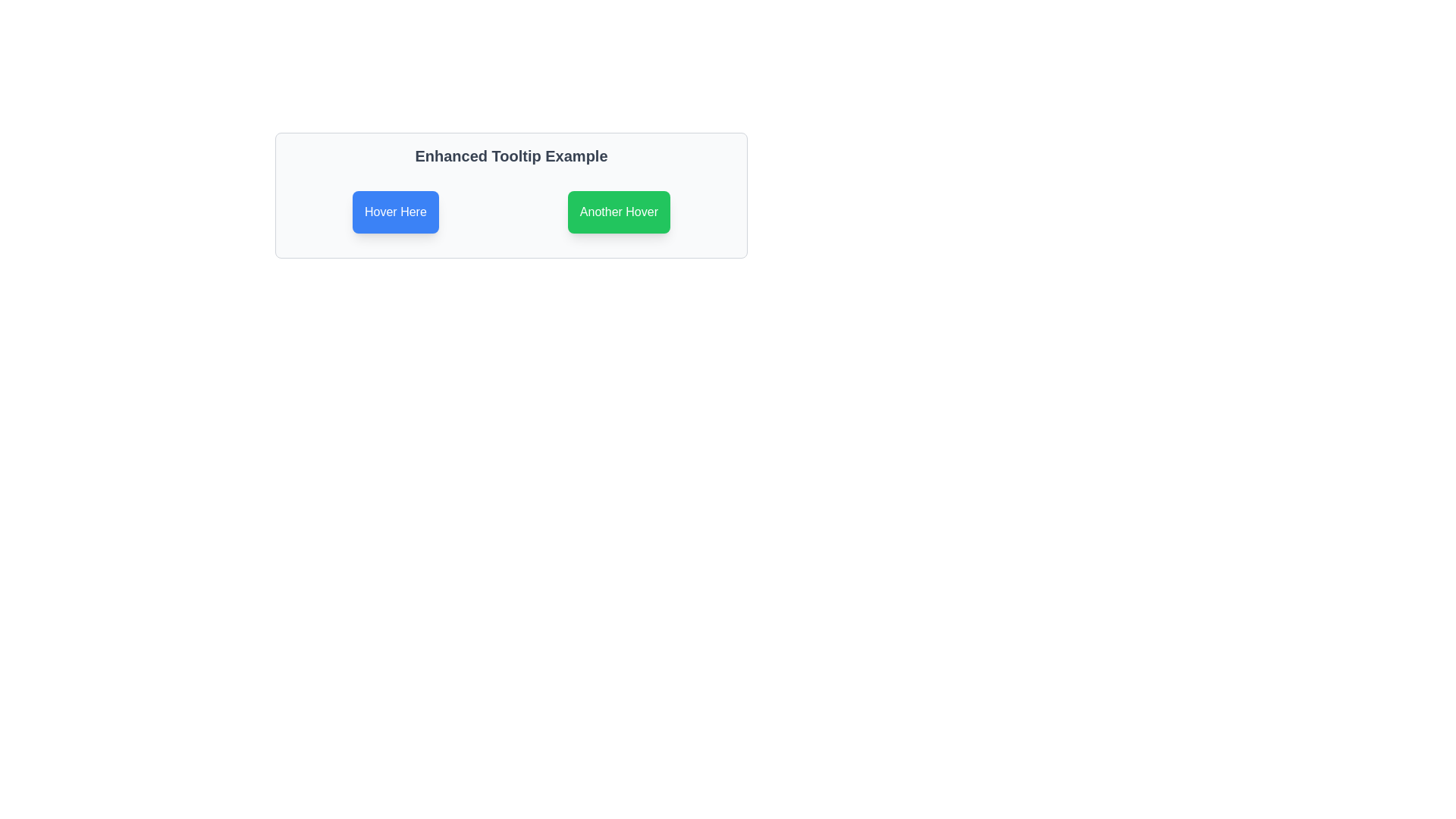  I want to click on the second button from the left in a horizontal row of two buttons, so click(619, 212).